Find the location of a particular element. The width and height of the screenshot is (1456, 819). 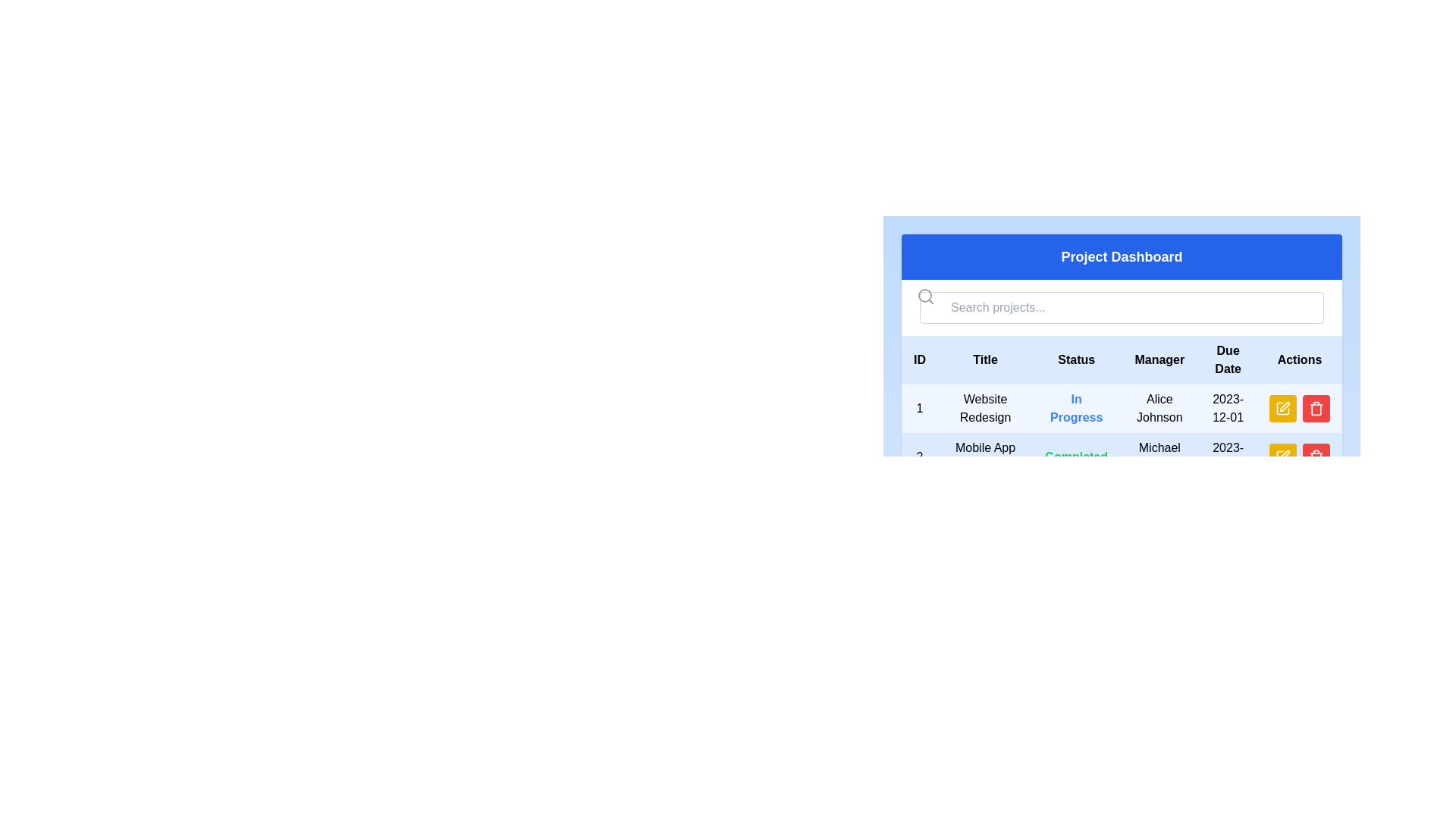

the 'ID' column header in the table, which serves as the header for identifying data under this column is located at coordinates (919, 359).